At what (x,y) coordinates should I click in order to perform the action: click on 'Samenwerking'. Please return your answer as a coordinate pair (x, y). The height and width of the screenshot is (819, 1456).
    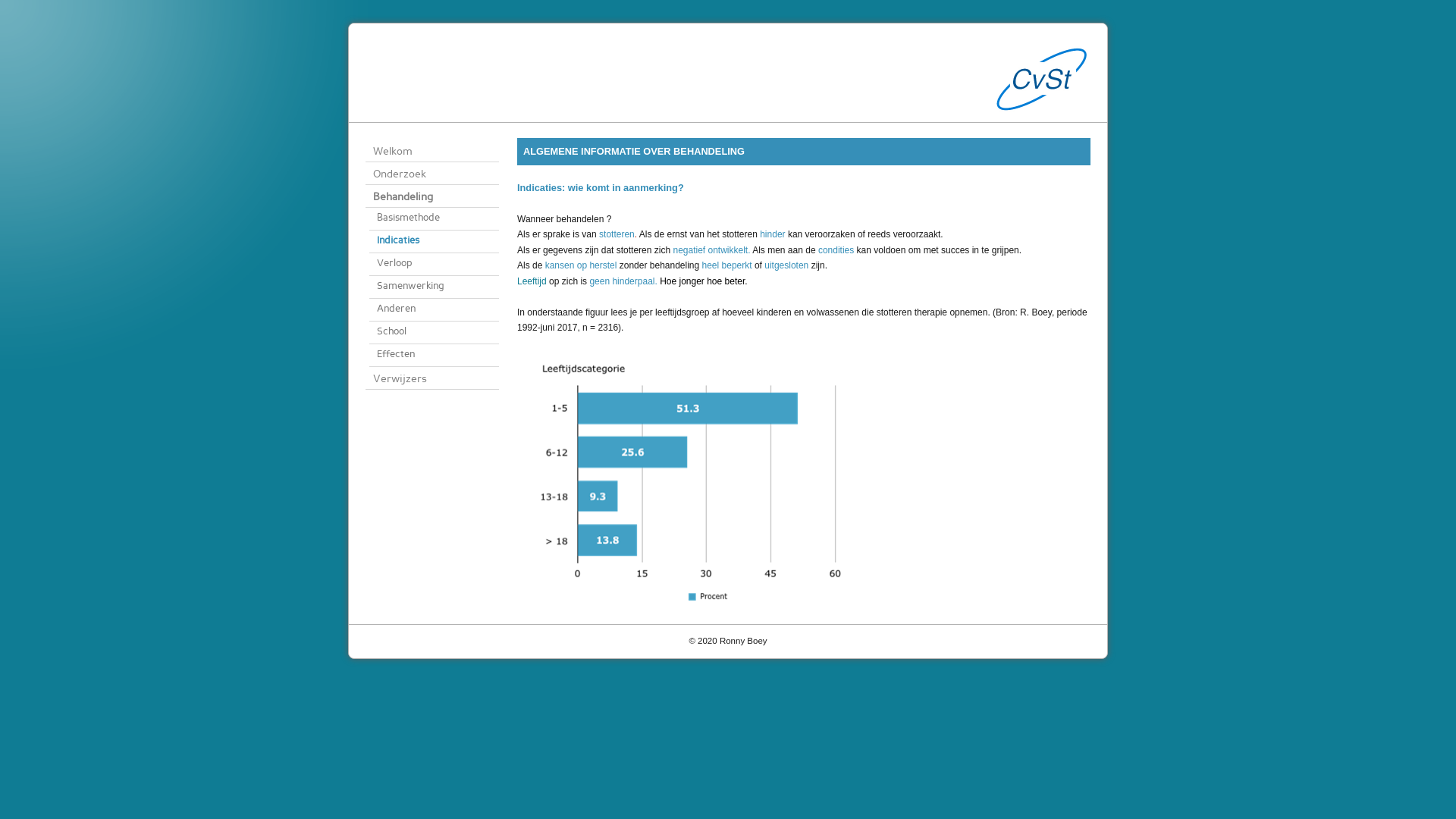
    Looking at the image, I should click on (369, 287).